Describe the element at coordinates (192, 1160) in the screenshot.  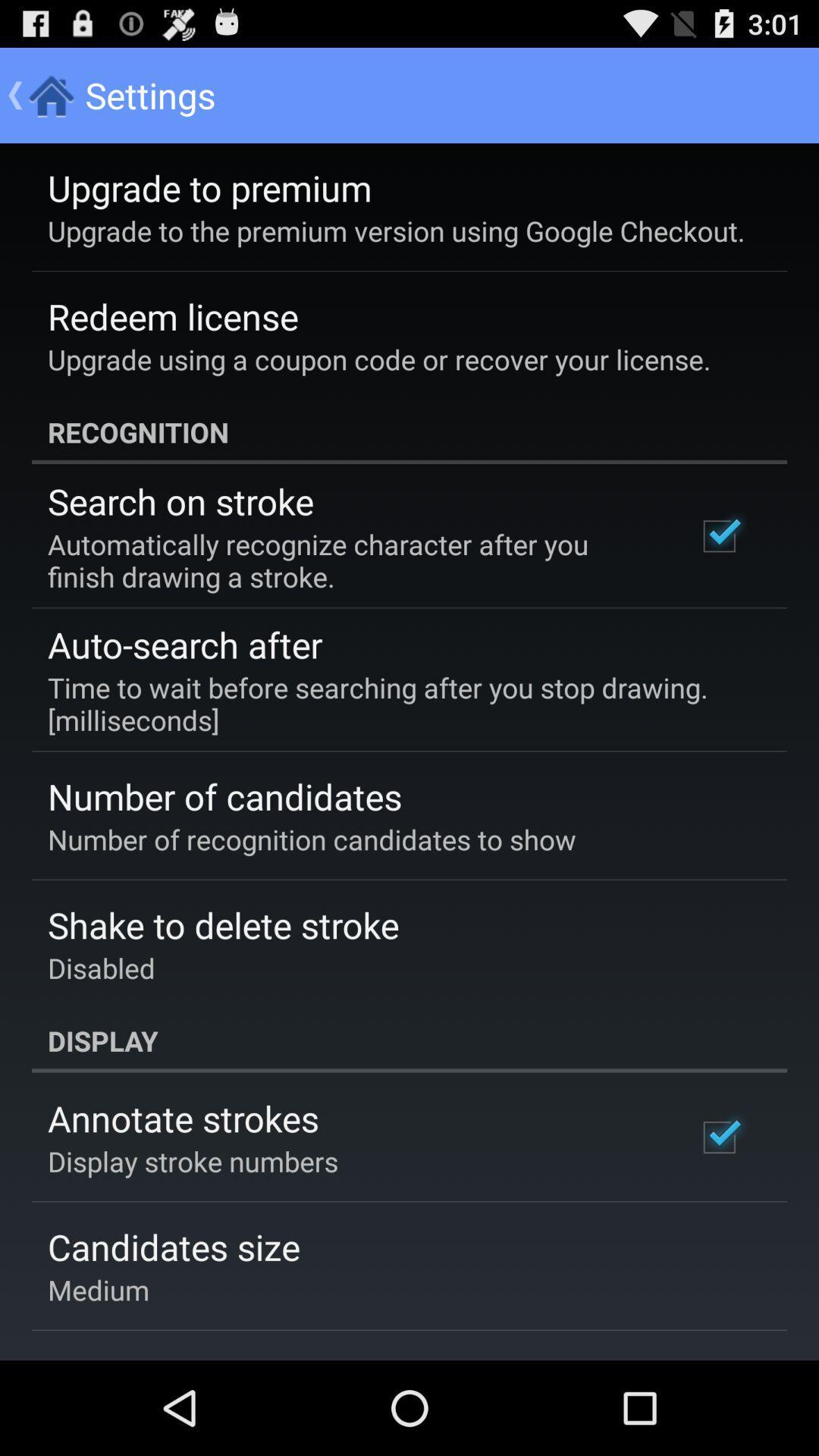
I see `app below the annotate strokes item` at that location.